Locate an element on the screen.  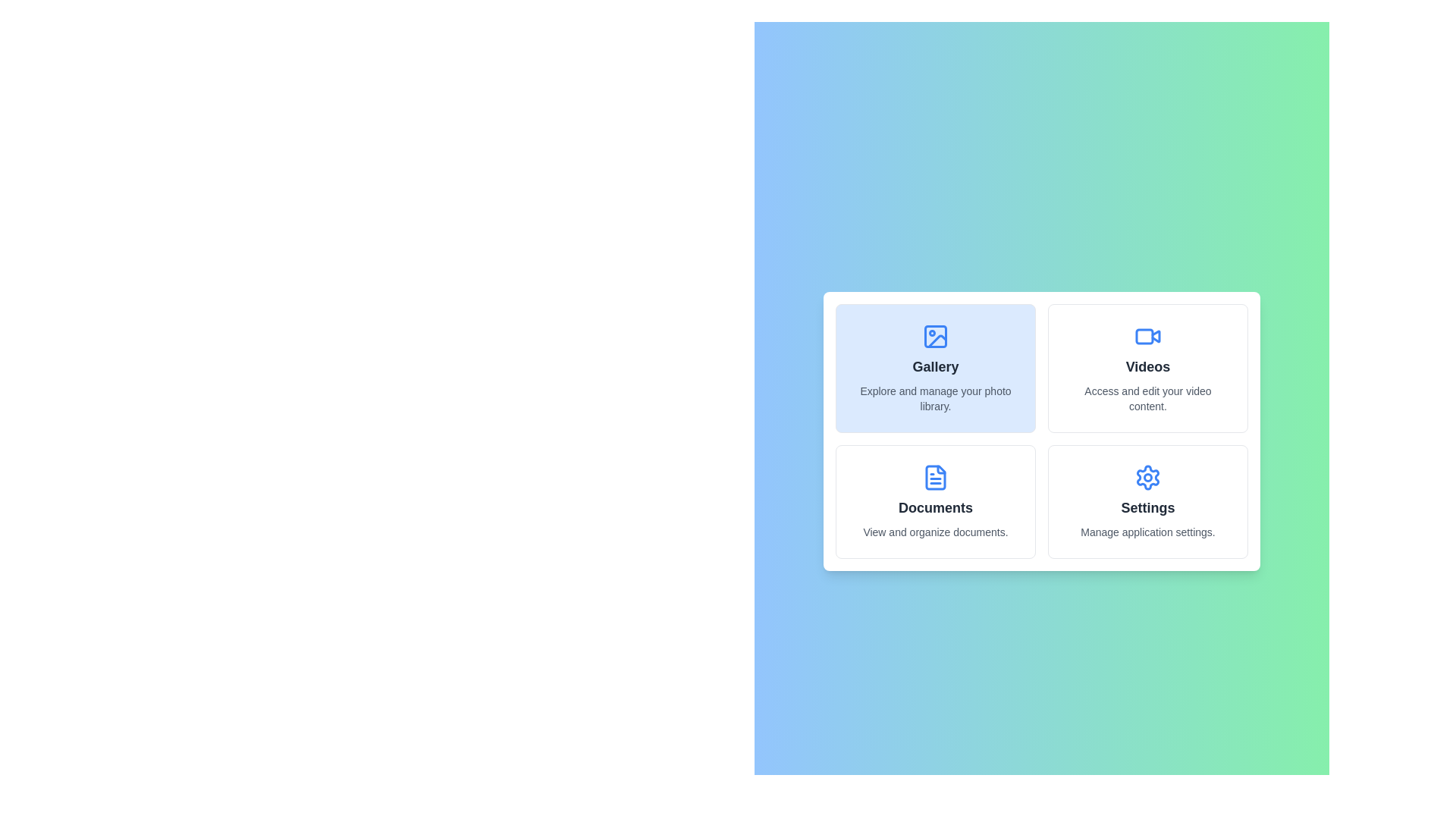
the panel corresponding to Gallery is located at coordinates (934, 369).